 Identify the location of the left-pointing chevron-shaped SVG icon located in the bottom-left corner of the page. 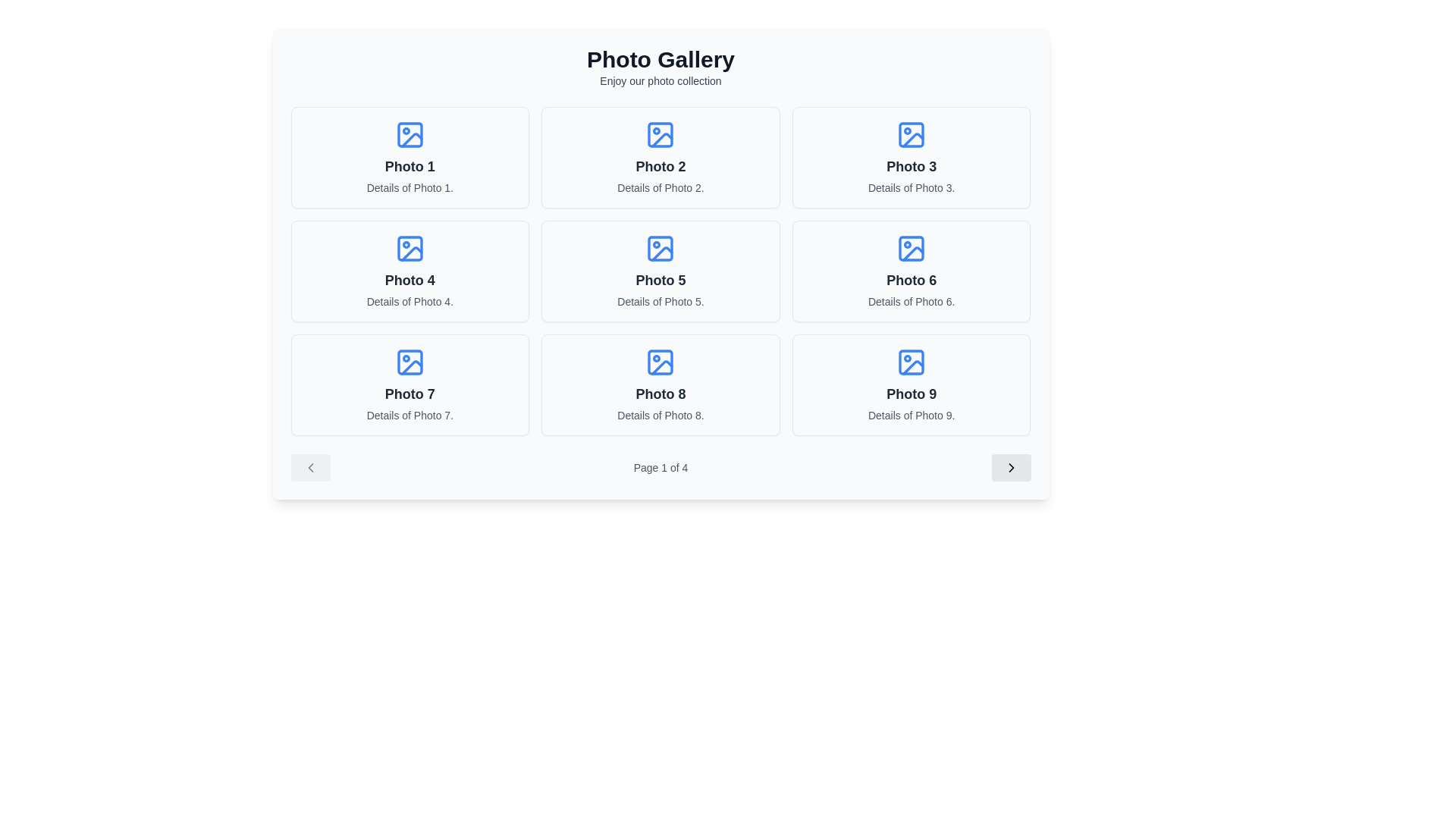
(309, 467).